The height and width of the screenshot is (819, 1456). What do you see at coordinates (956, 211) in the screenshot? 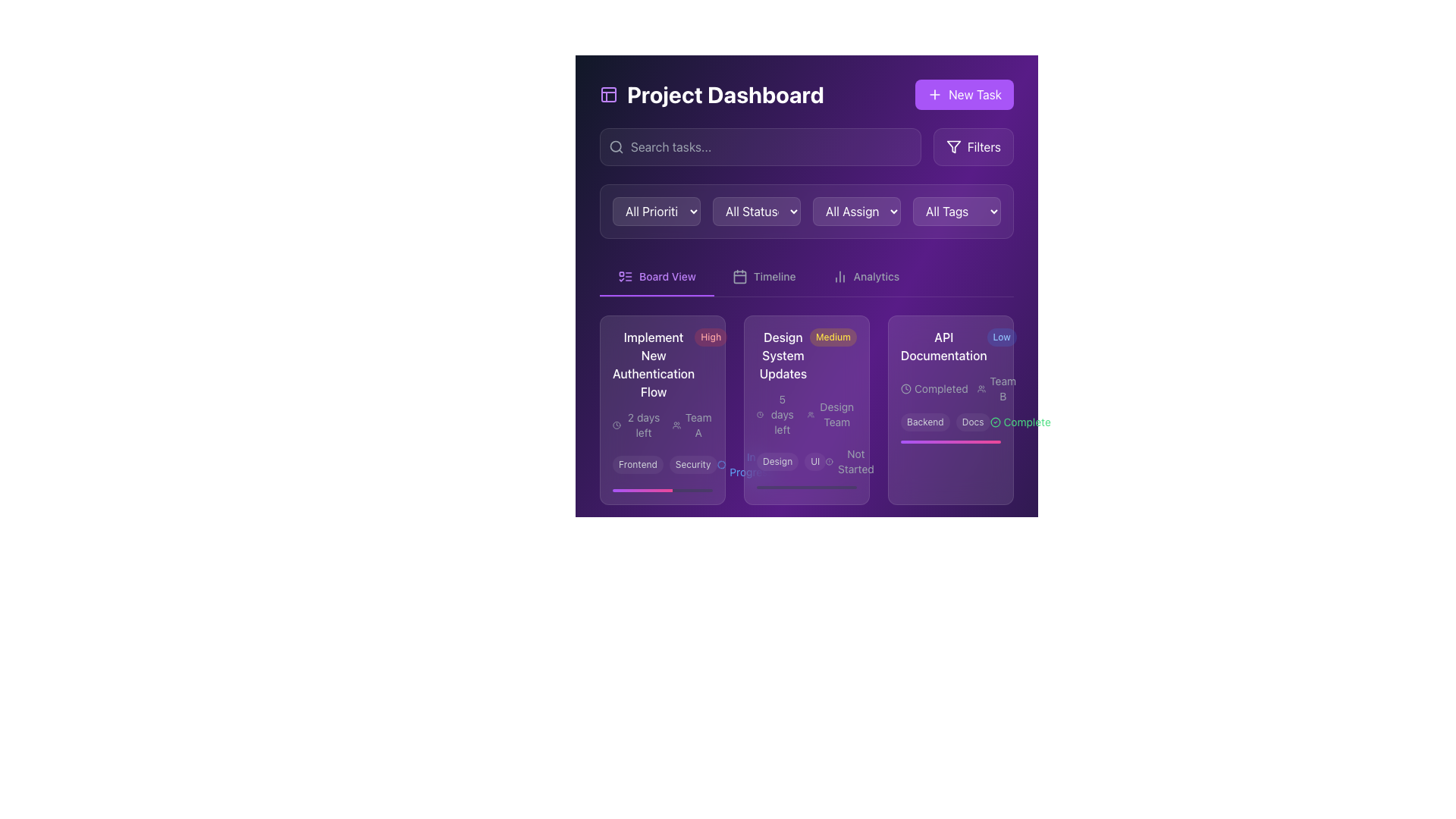
I see `the dropdown menu button located in the top-right corner of the grid layout` at bounding box center [956, 211].